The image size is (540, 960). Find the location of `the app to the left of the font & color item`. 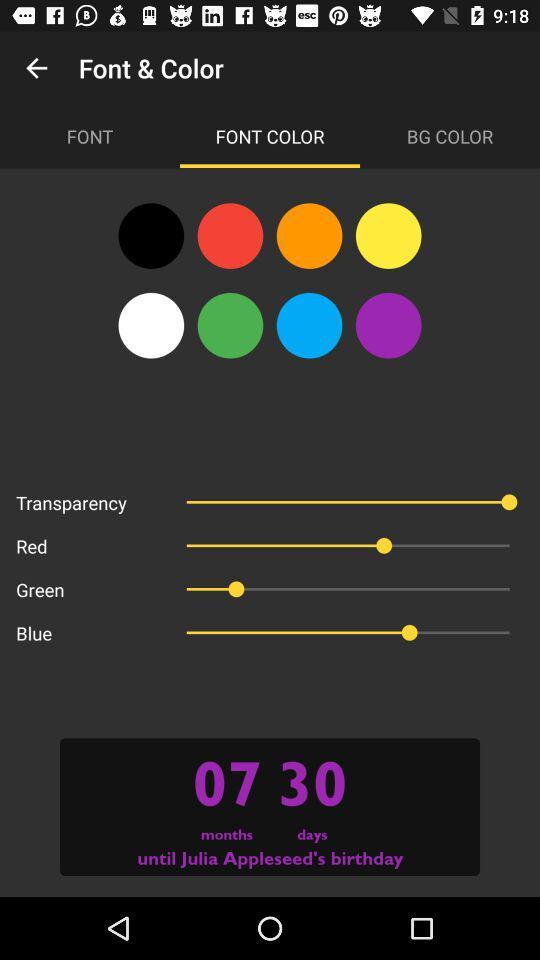

the app to the left of the font & color item is located at coordinates (36, 68).